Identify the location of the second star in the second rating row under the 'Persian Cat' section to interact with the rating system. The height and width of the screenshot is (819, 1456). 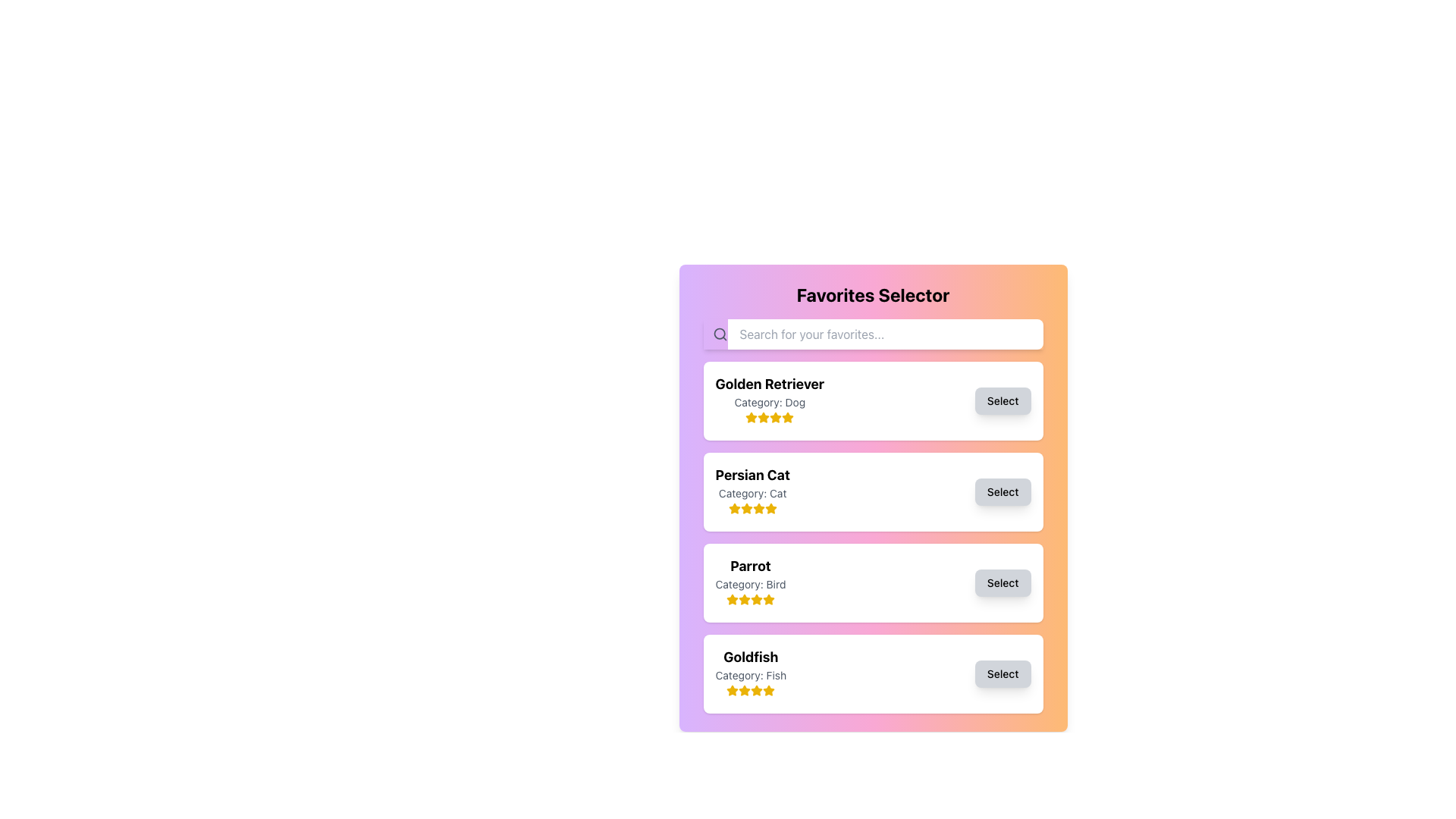
(734, 508).